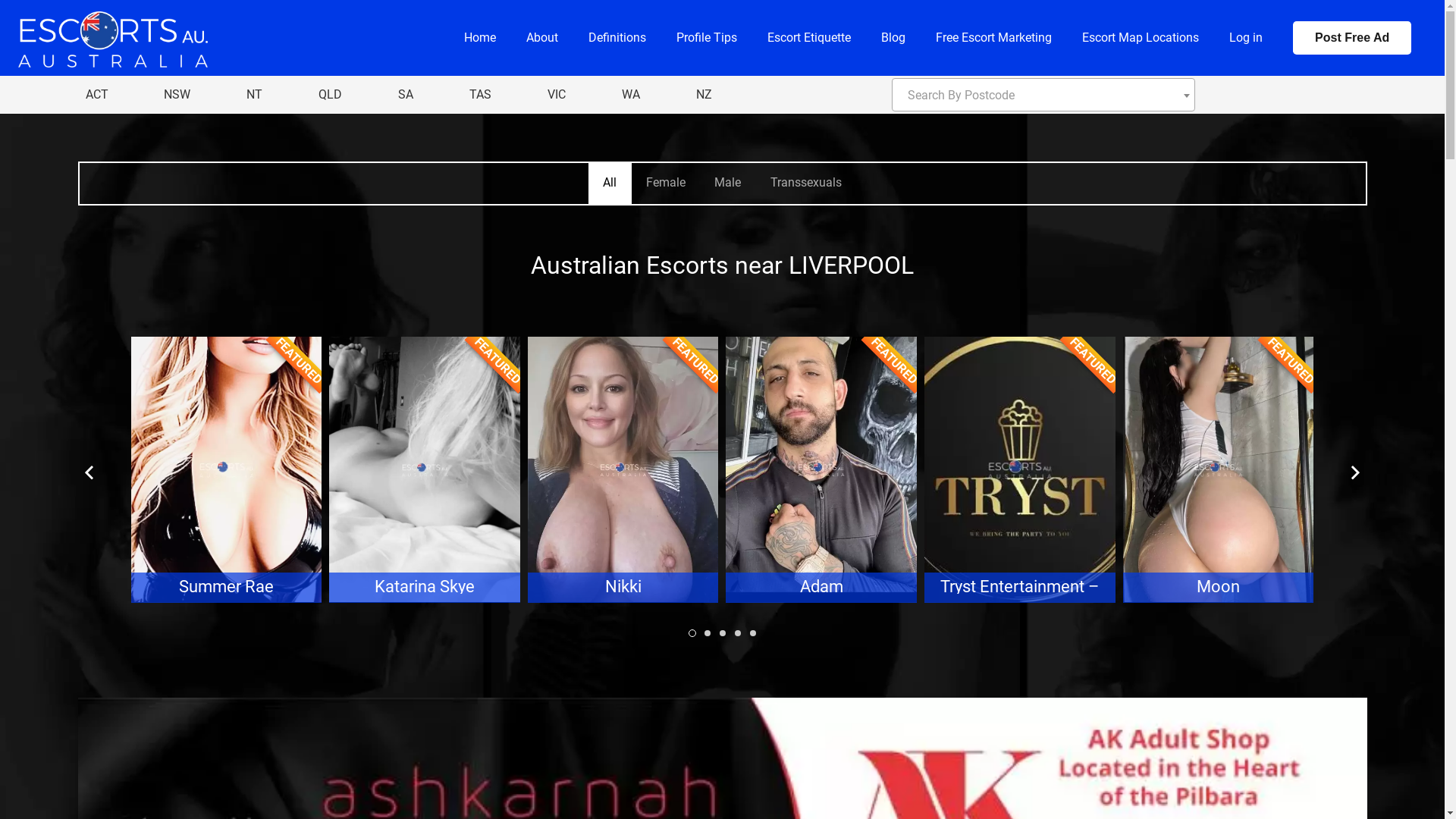 This screenshot has height=819, width=1456. Describe the element at coordinates (1245, 37) in the screenshot. I see `'Log in'` at that location.